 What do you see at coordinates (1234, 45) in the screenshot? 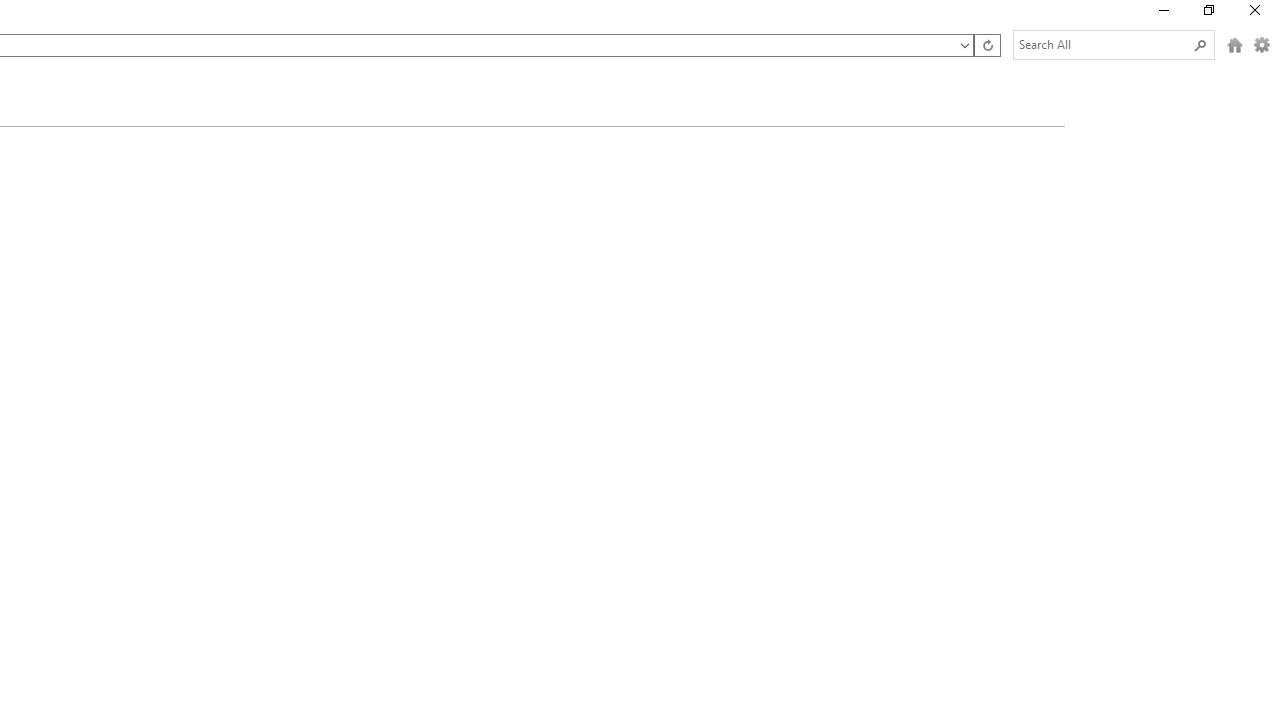
I see `'HomeButtonToolbar'` at bounding box center [1234, 45].